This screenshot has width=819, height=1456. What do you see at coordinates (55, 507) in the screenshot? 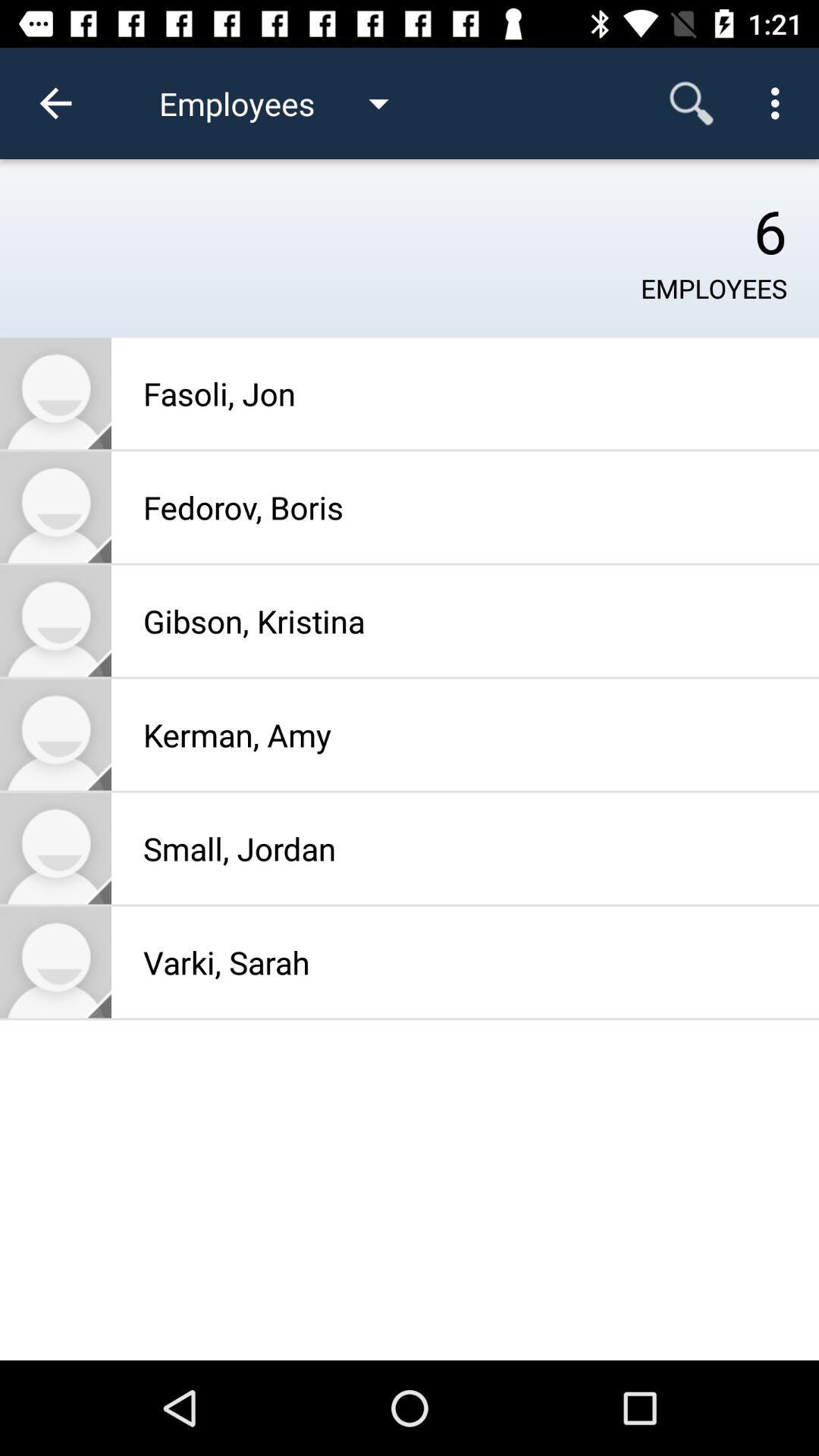
I see `profile picture` at bounding box center [55, 507].